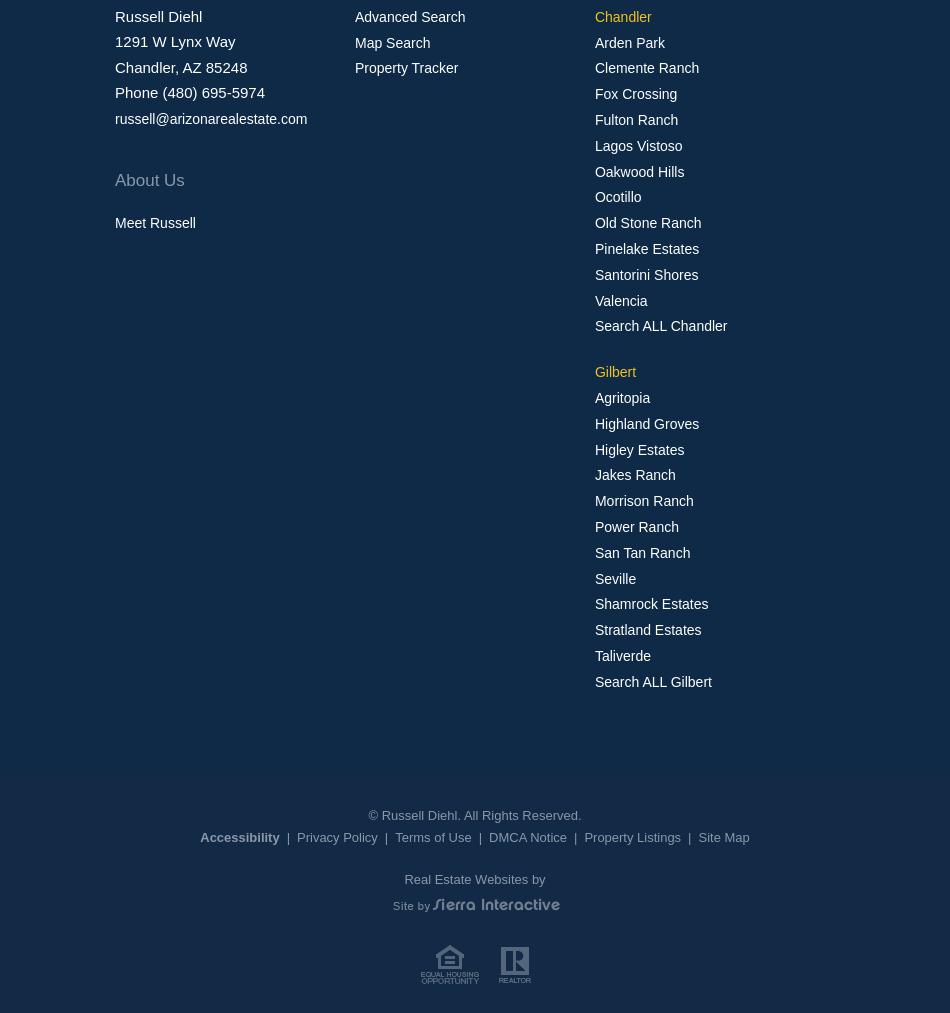 This screenshot has height=1013, width=950. What do you see at coordinates (189, 91) in the screenshot?
I see `'Phone (480) 695-5974'` at bounding box center [189, 91].